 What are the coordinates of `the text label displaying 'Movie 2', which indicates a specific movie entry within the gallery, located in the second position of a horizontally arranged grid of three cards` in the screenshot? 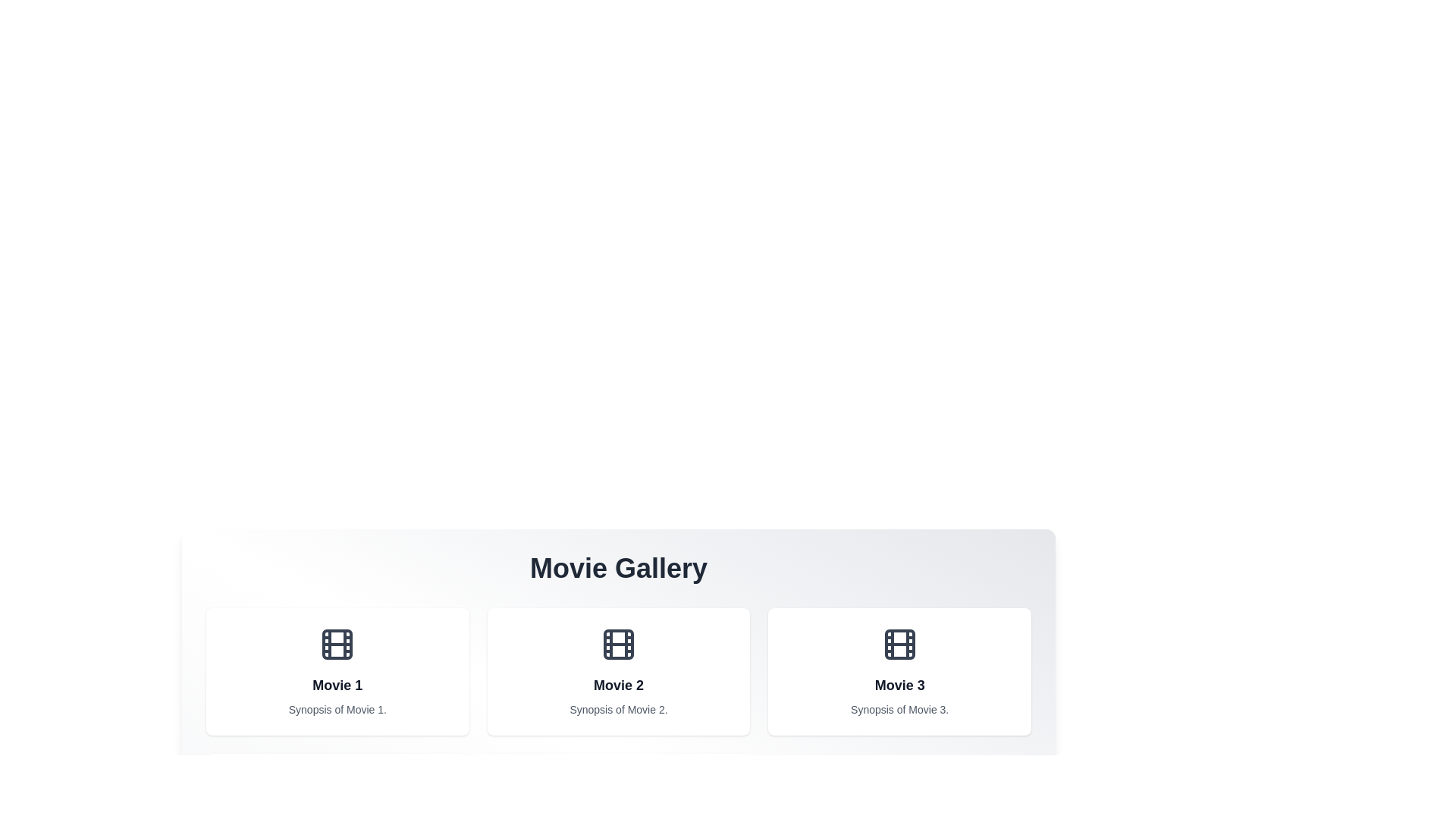 It's located at (619, 685).